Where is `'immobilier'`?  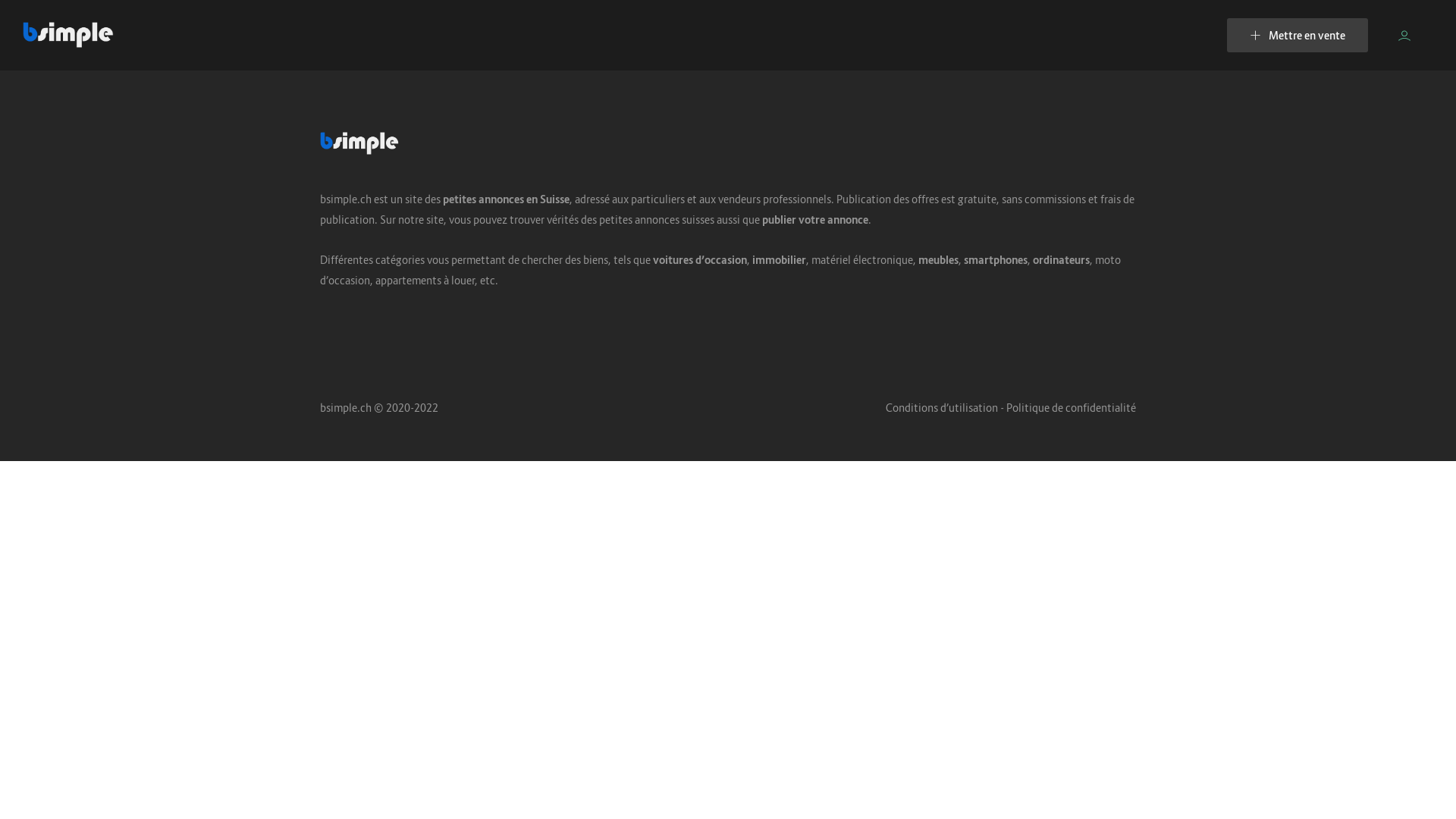
'immobilier' is located at coordinates (779, 259).